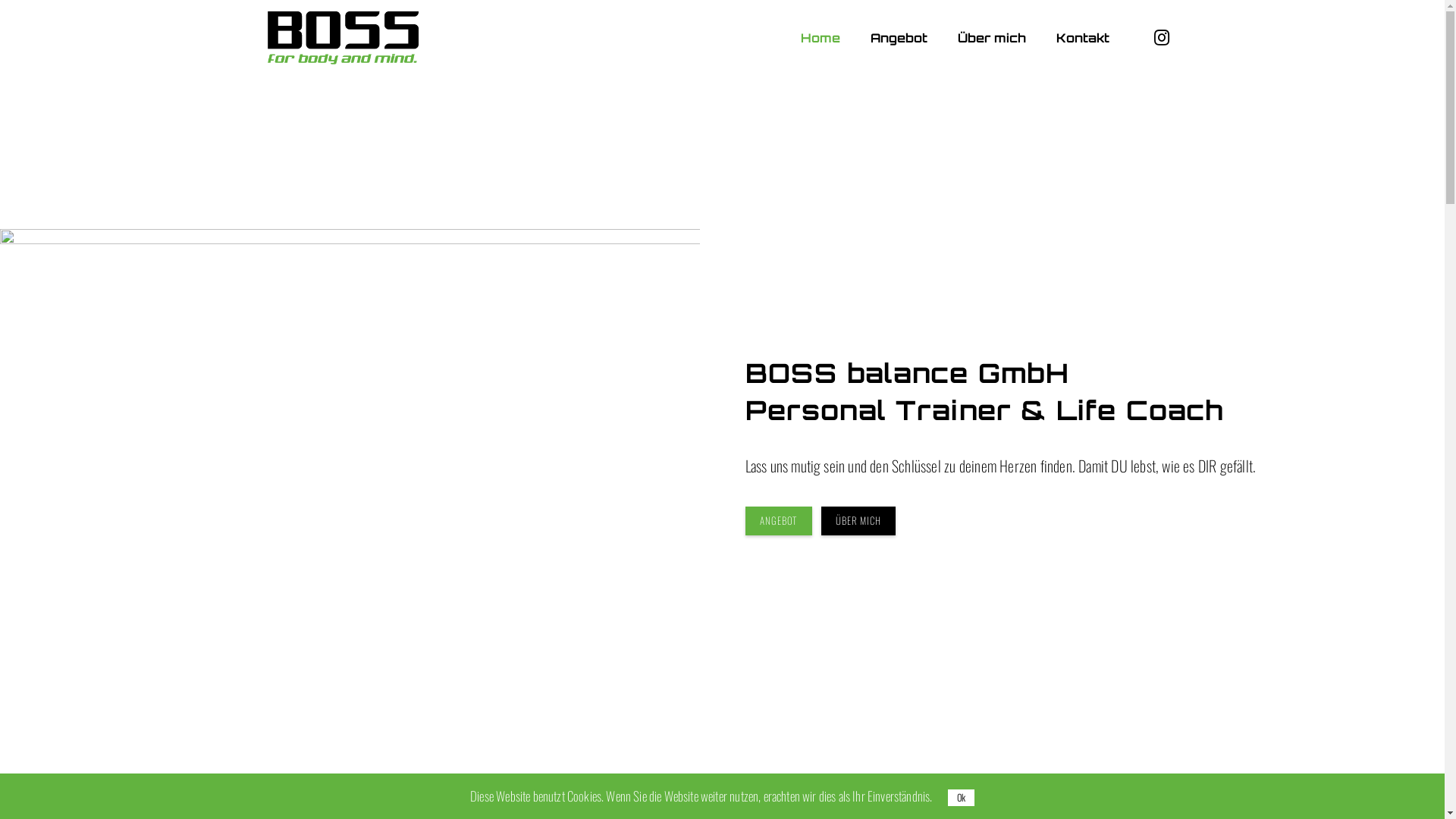 This screenshot has width=1456, height=819. Describe the element at coordinates (1081, 37) in the screenshot. I see `'Kontakt'` at that location.